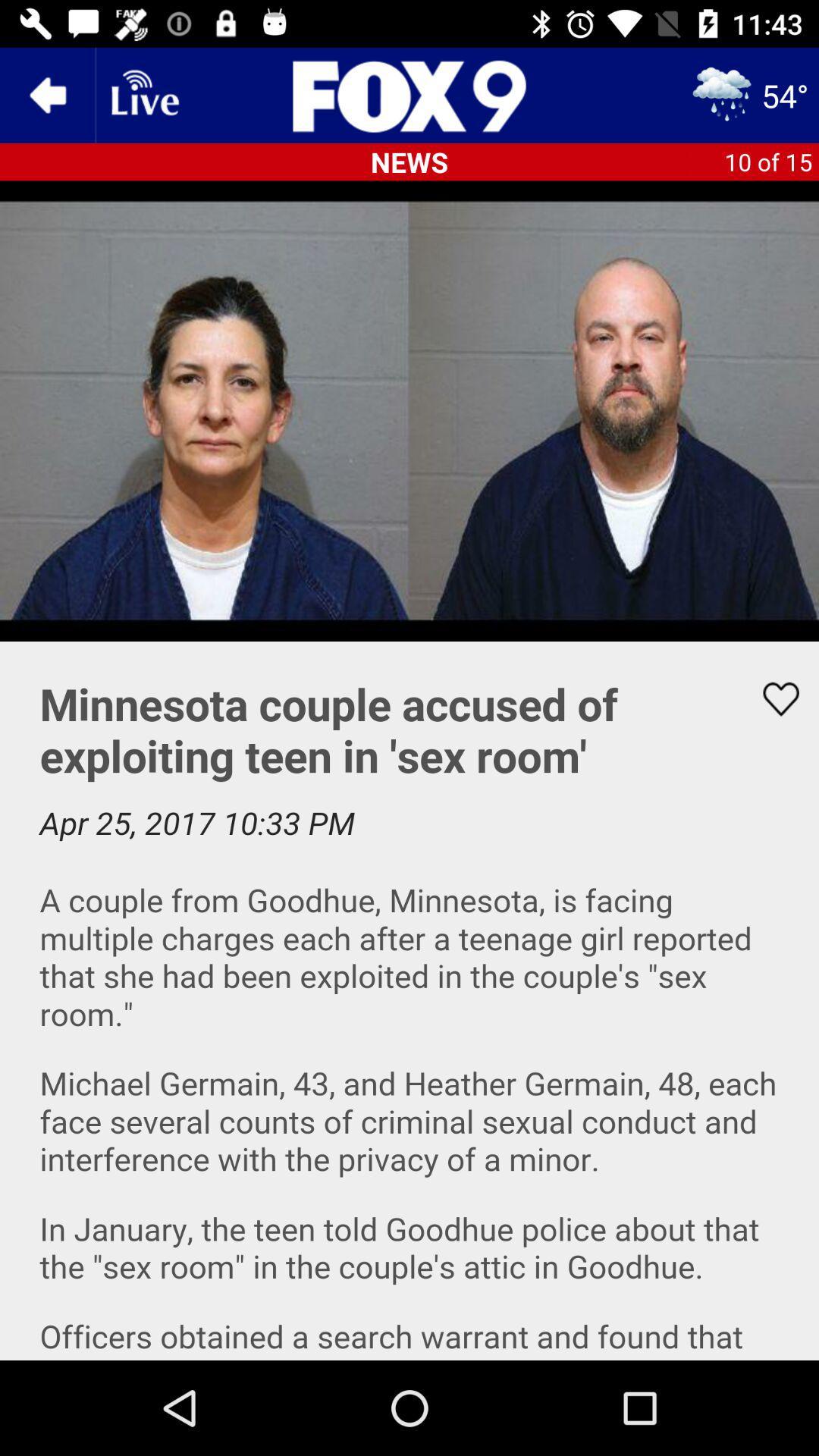  What do you see at coordinates (409, 1001) in the screenshot?
I see `open full article` at bounding box center [409, 1001].